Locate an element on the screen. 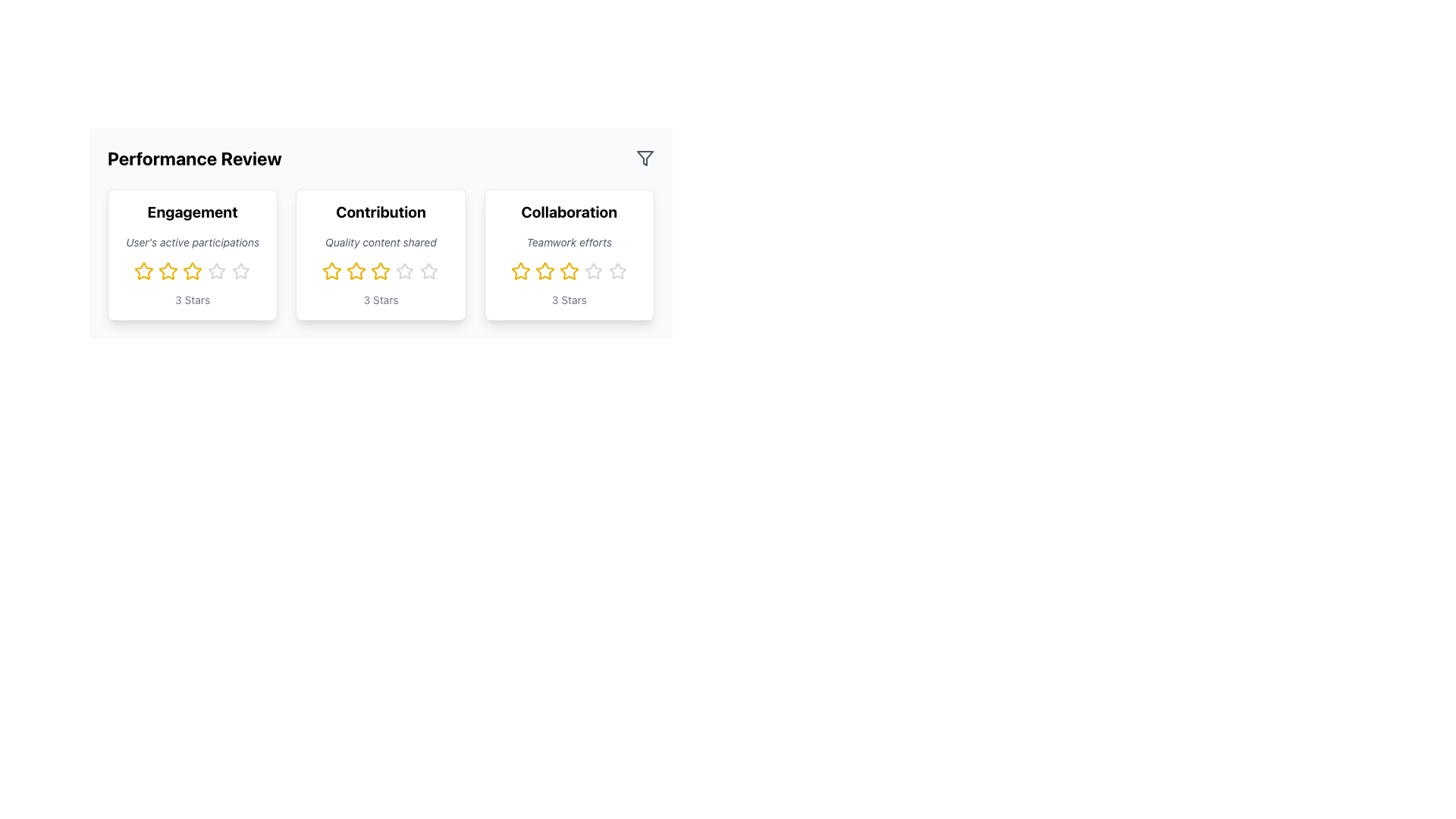  the fourth star icon in the Engagement section of the rating panel, which is part of a five-star rating scale is located at coordinates (216, 270).